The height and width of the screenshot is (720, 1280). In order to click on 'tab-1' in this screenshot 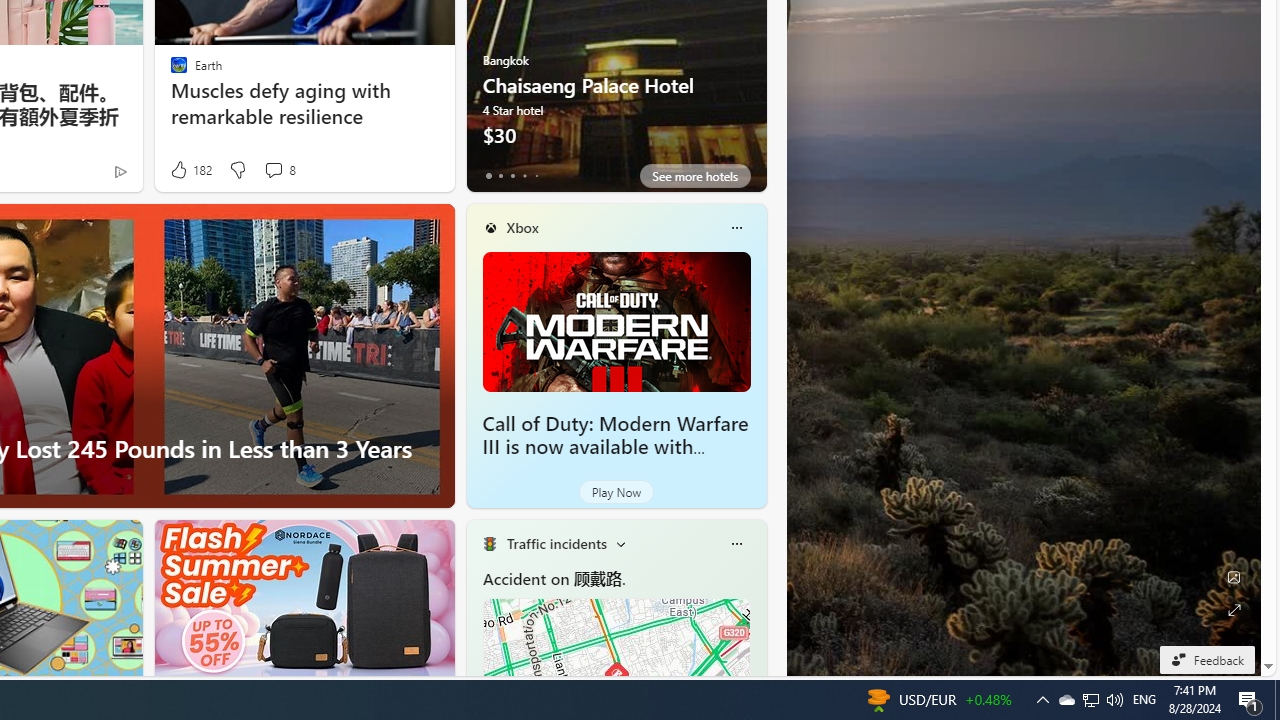, I will do `click(500, 175)`.